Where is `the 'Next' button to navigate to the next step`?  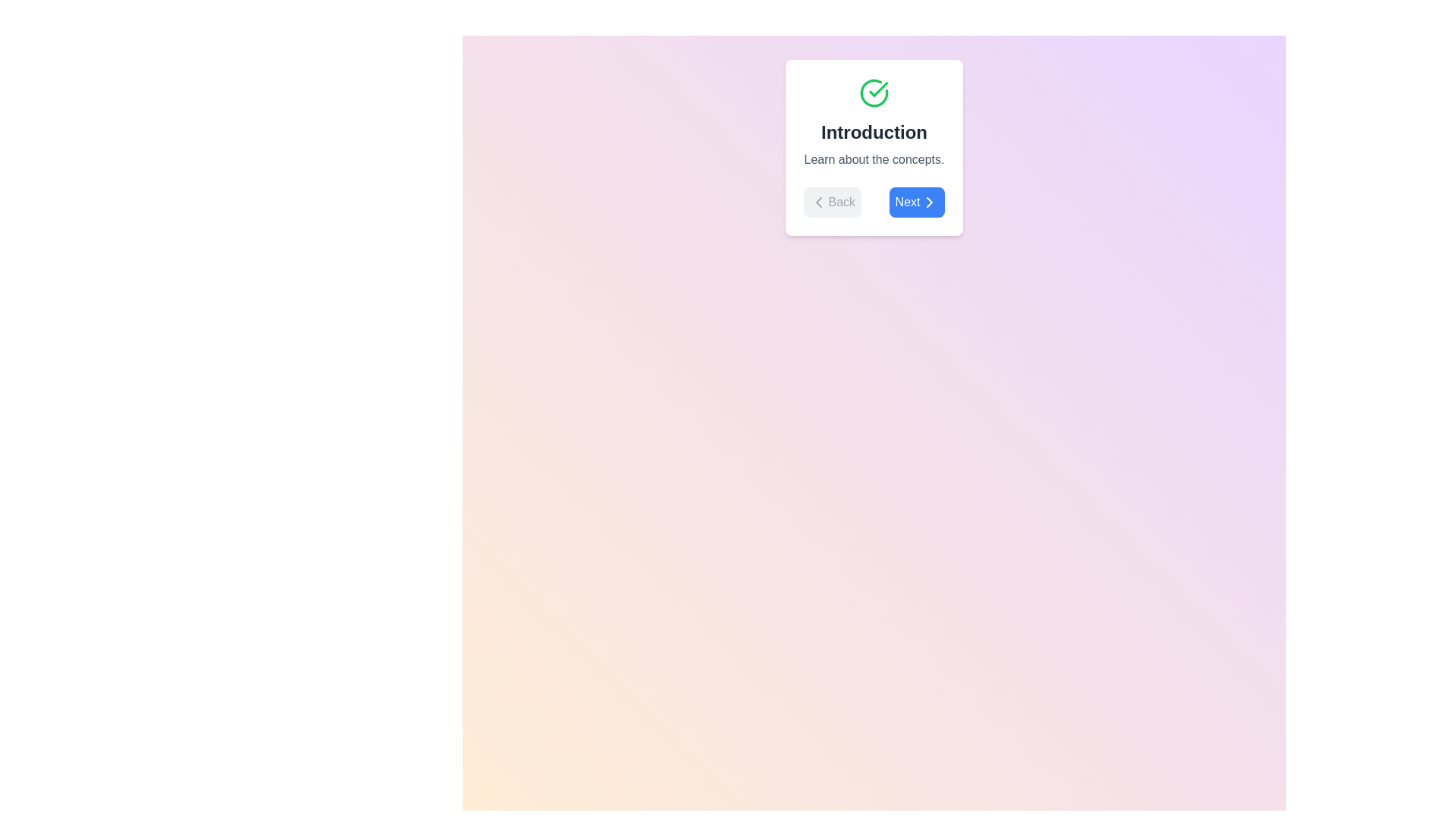
the 'Next' button to navigate to the next step is located at coordinates (916, 201).